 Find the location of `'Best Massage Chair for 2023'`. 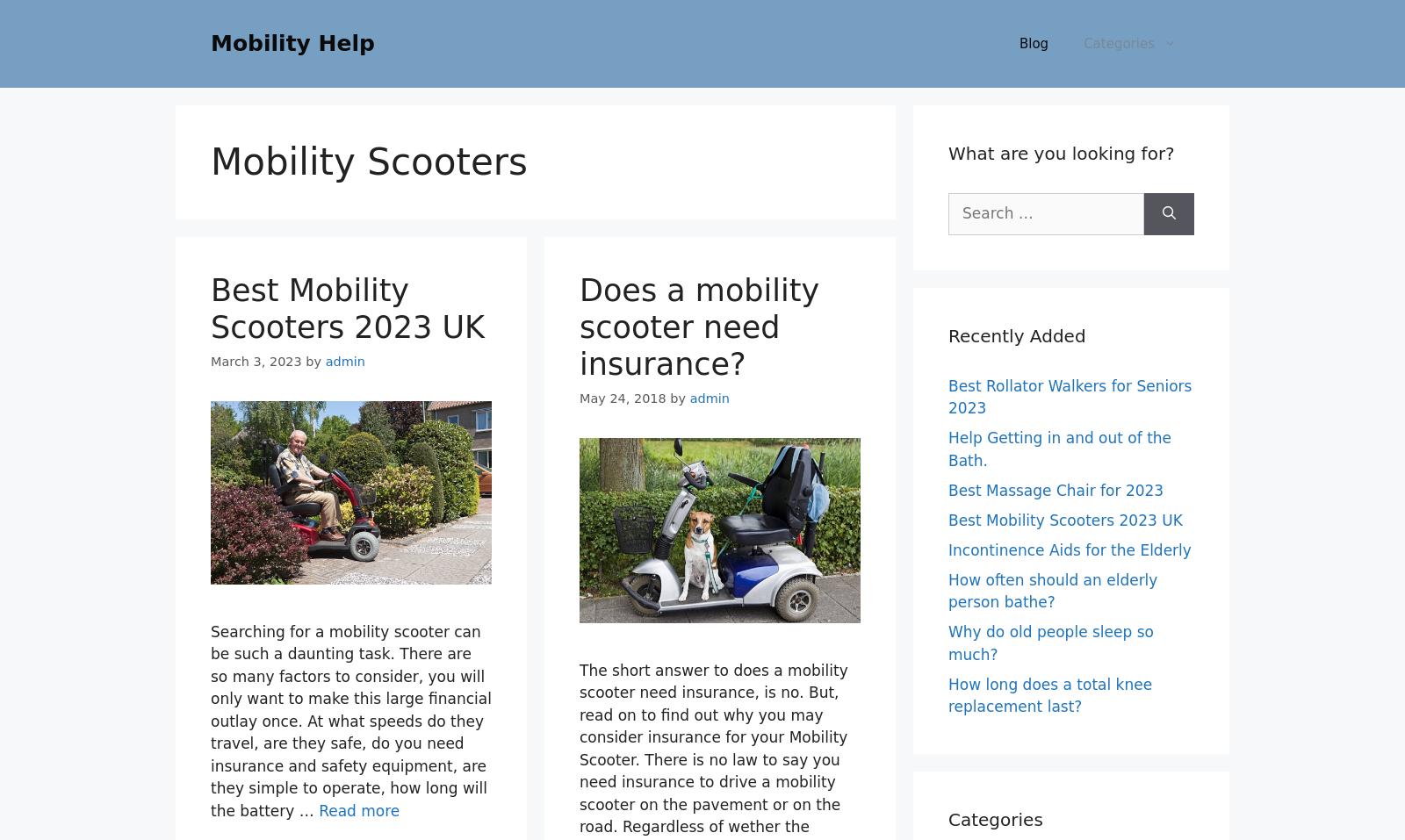

'Best Massage Chair for 2023' is located at coordinates (1055, 490).